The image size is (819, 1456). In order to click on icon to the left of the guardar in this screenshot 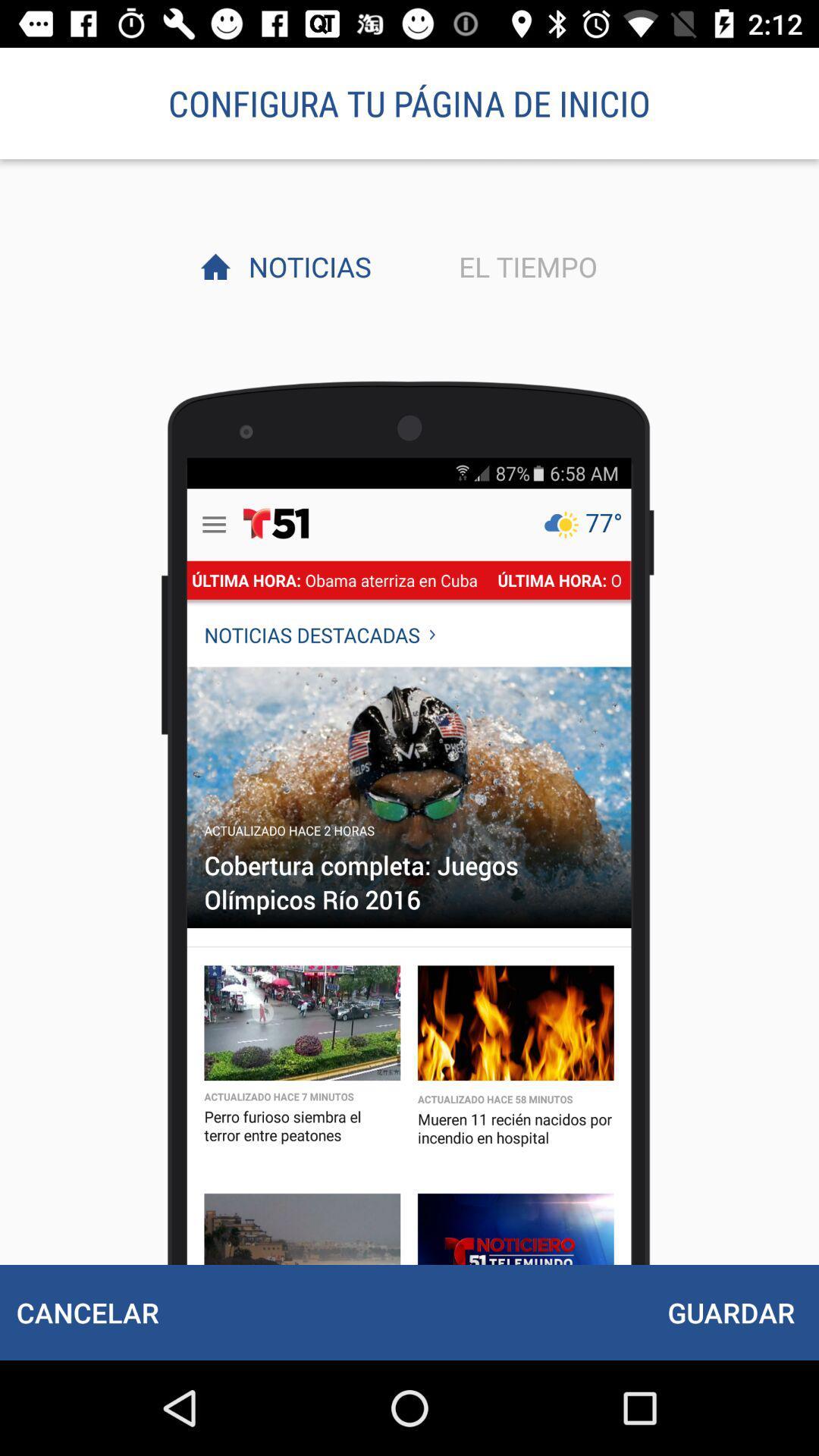, I will do `click(87, 1312)`.